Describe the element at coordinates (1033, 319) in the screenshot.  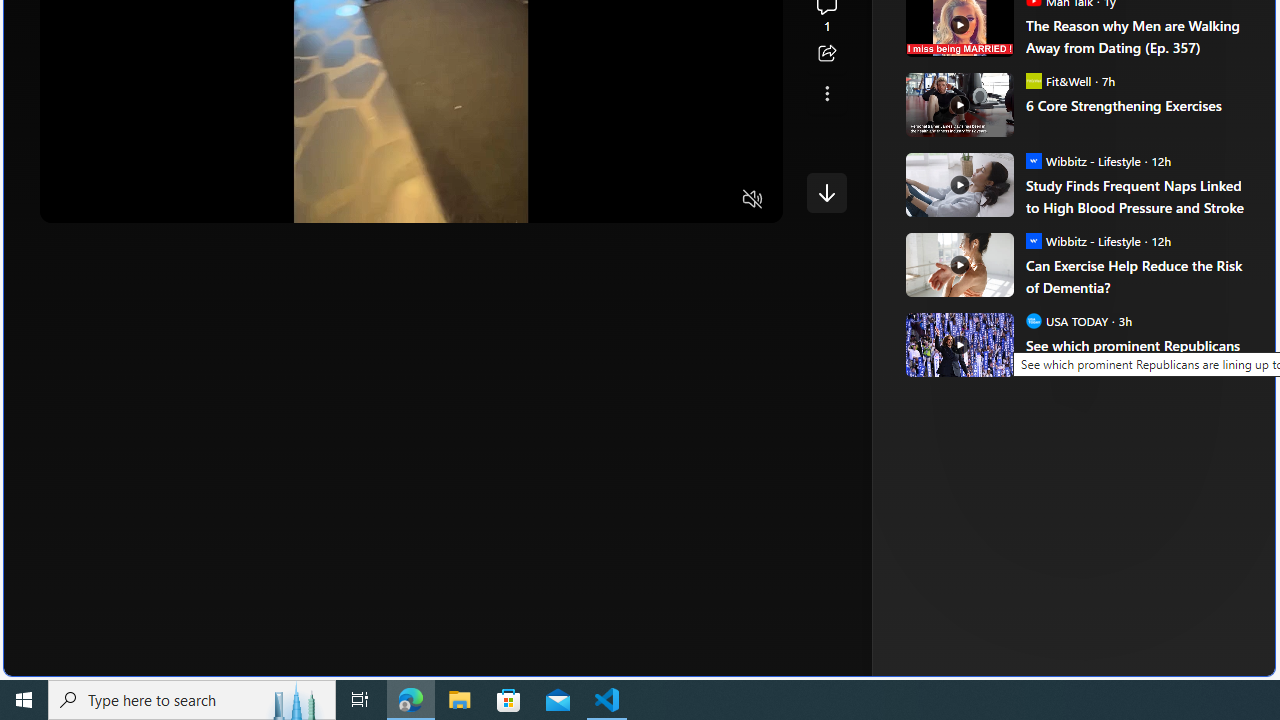
I see `'USA TODAY'` at that location.